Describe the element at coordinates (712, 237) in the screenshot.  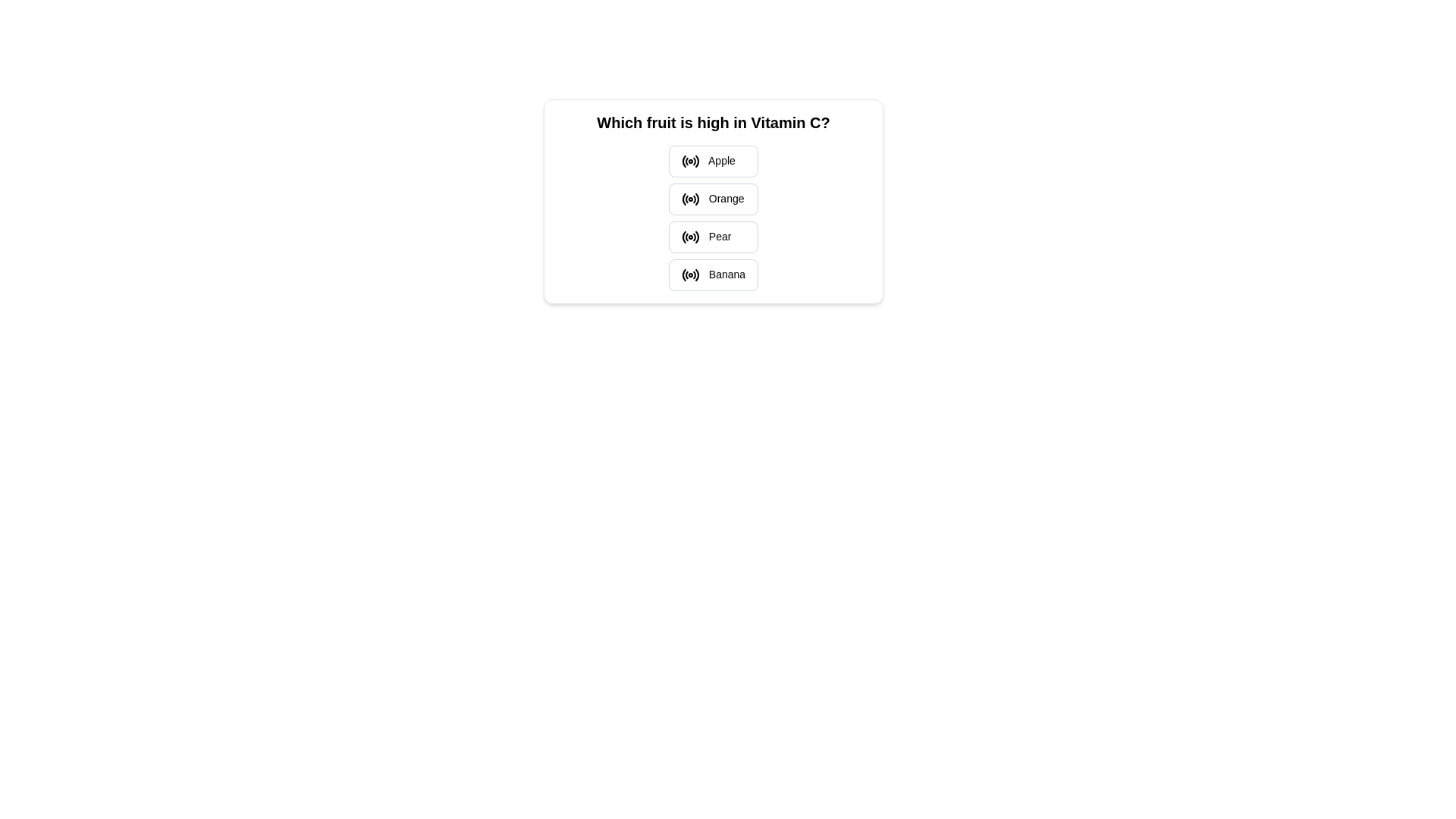
I see `the 'Pear' radio button option, which is the third choice in a vertical list of four options` at that location.